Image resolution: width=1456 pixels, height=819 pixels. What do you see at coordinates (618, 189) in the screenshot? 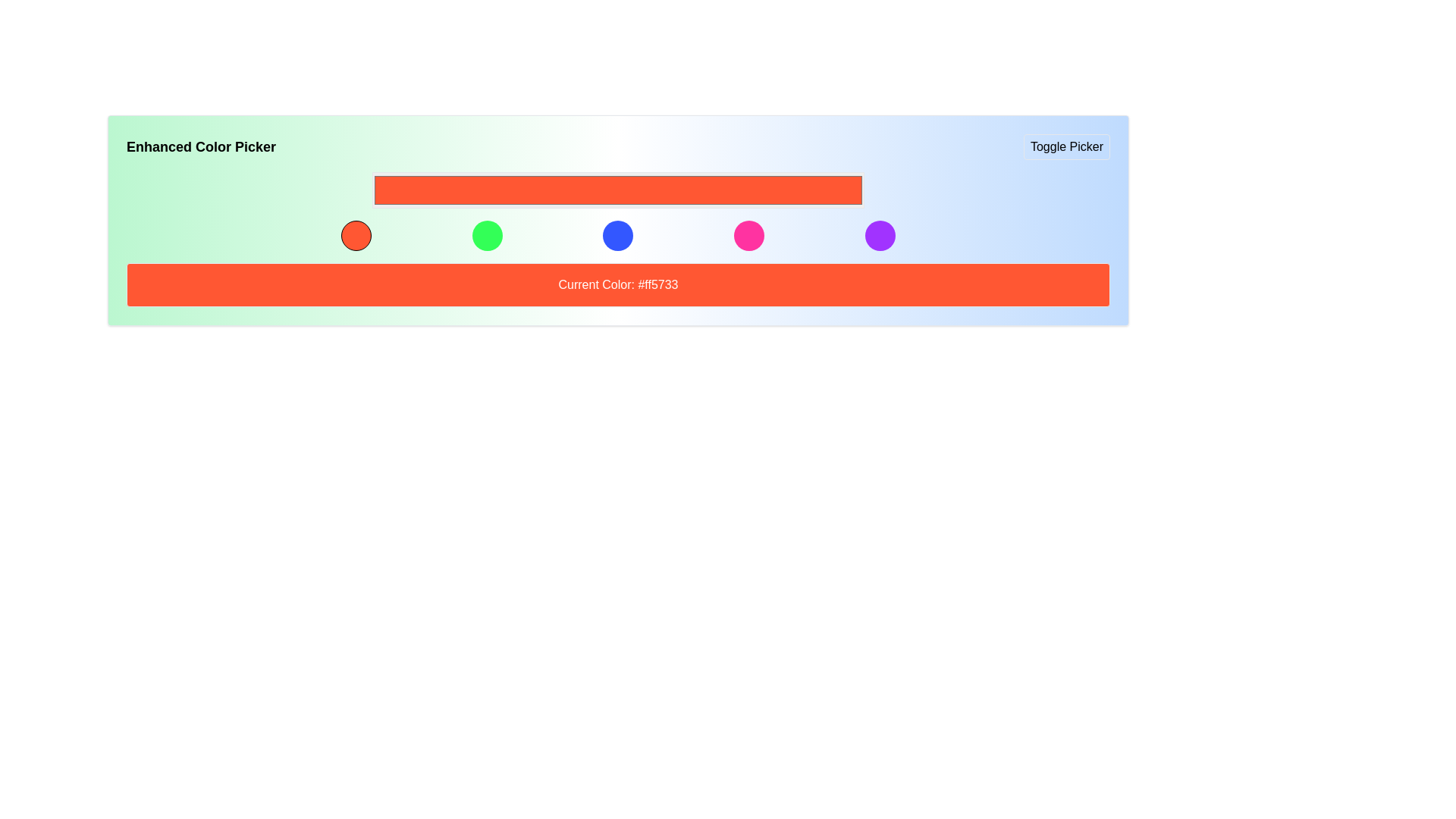
I see `the Color Picker Input, currently displaying the color '#ff5733'` at bounding box center [618, 189].